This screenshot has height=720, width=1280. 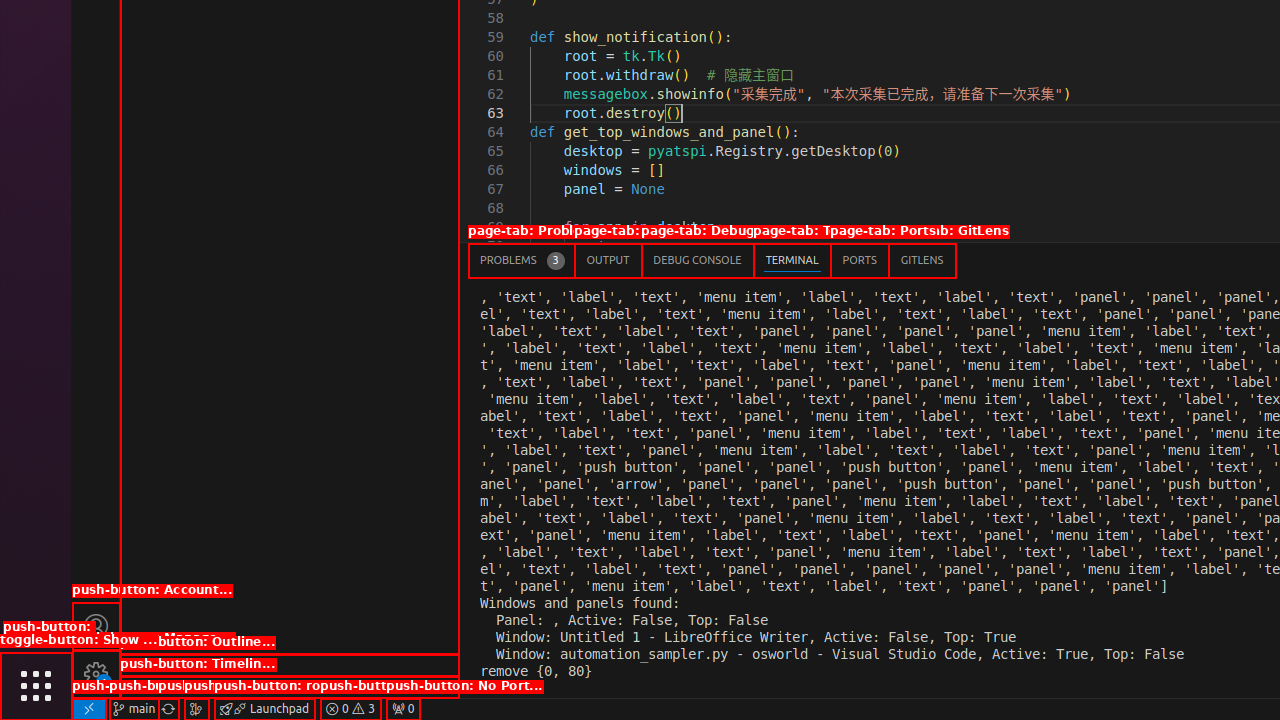 What do you see at coordinates (521, 259) in the screenshot?
I see `'Problems (Ctrl+Shift+M) - Total 3 Problems'` at bounding box center [521, 259].